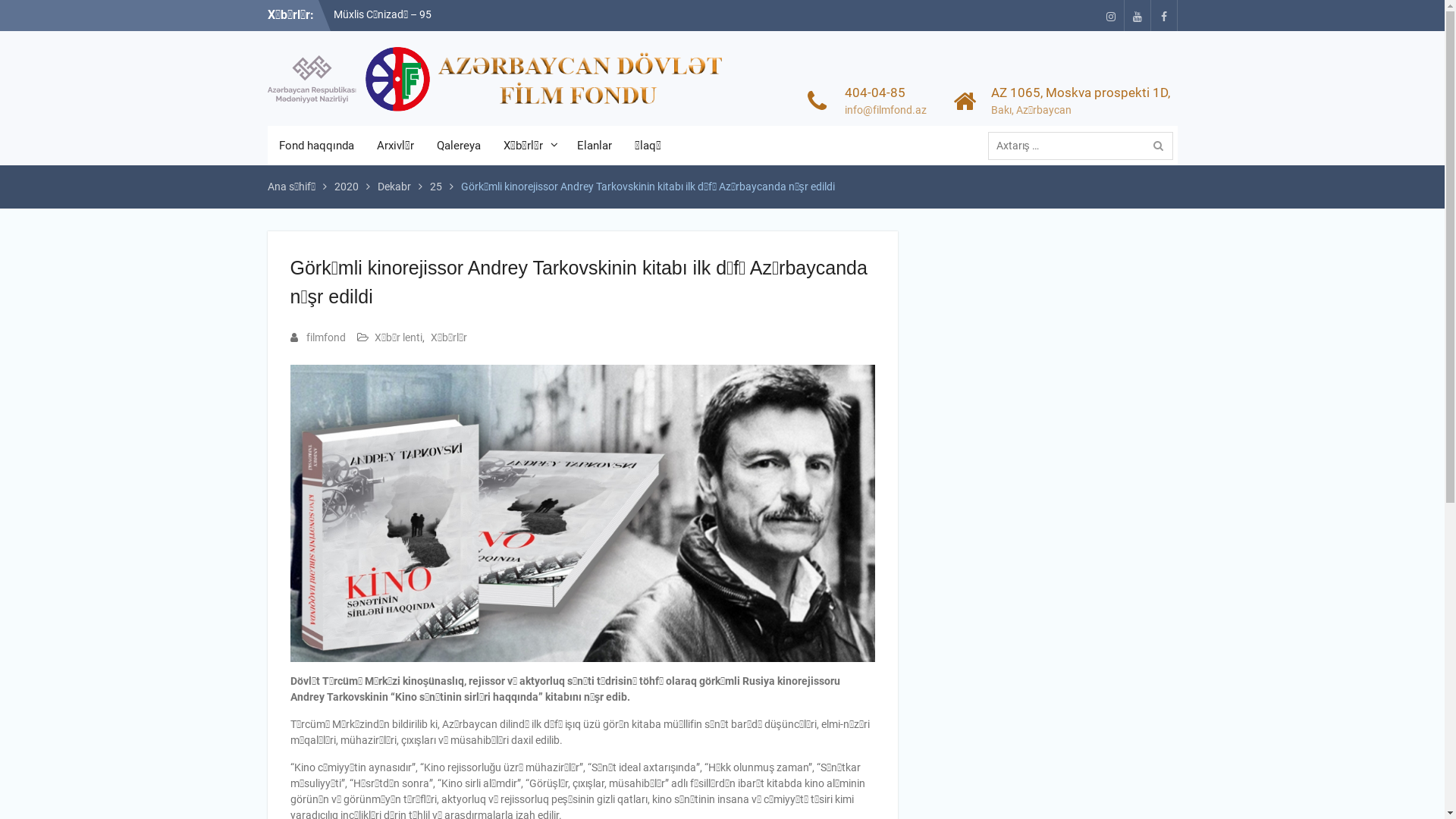 Image resolution: width=1456 pixels, height=819 pixels. I want to click on 'Elanlar', so click(593, 146).